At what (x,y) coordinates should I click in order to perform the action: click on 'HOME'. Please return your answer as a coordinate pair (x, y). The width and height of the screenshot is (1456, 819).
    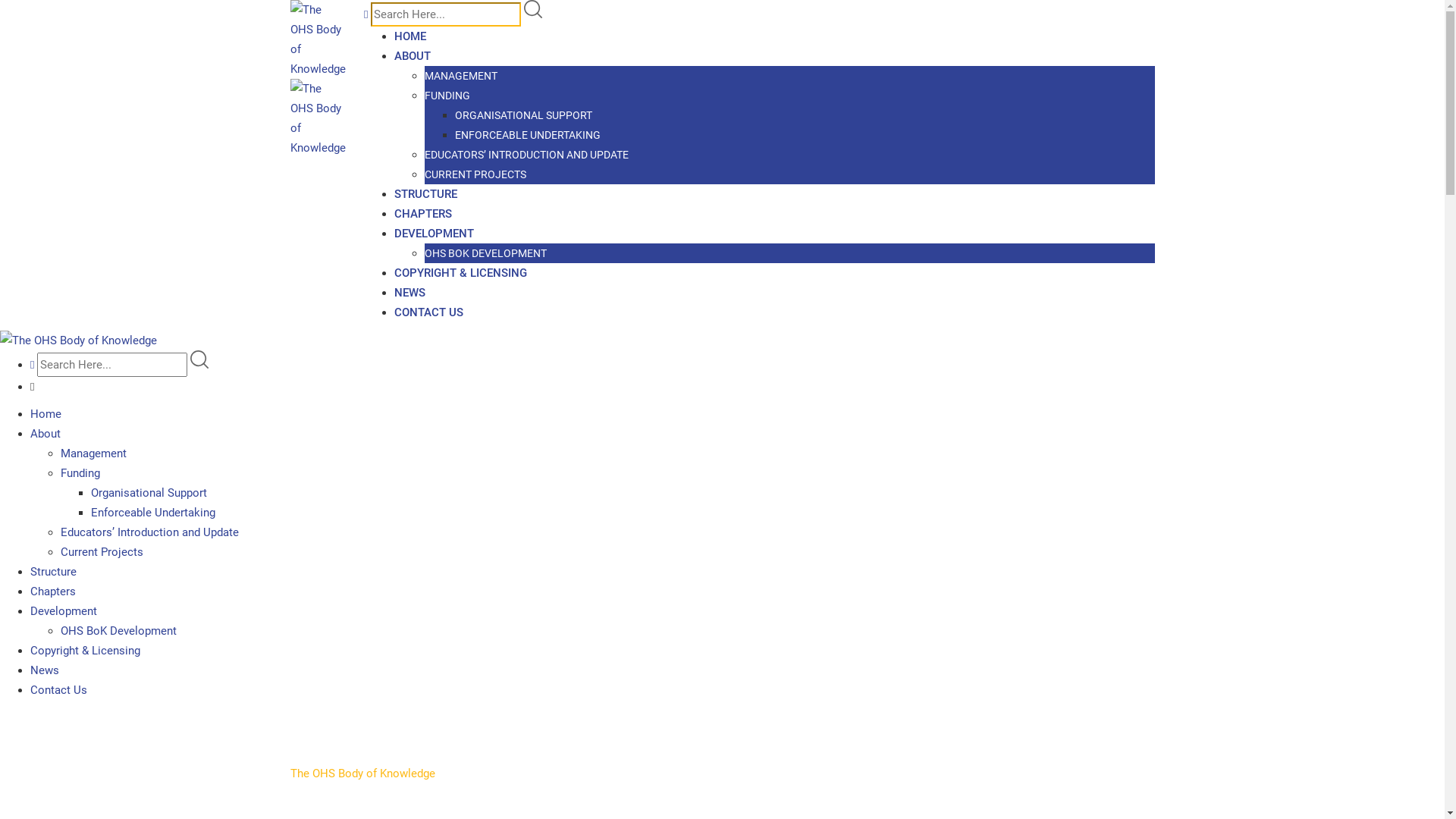
    Looking at the image, I should click on (410, 35).